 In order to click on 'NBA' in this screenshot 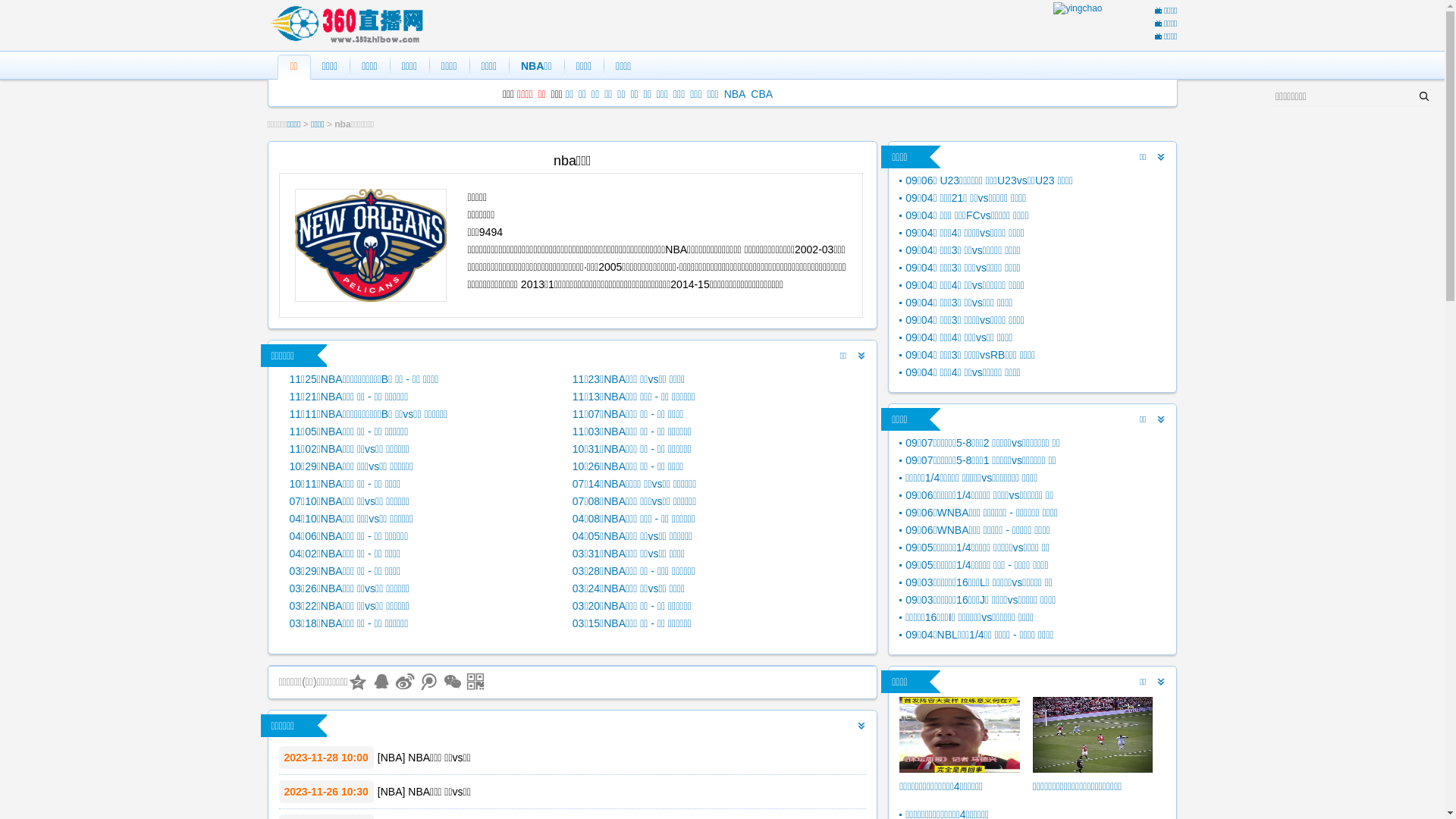, I will do `click(391, 791)`.